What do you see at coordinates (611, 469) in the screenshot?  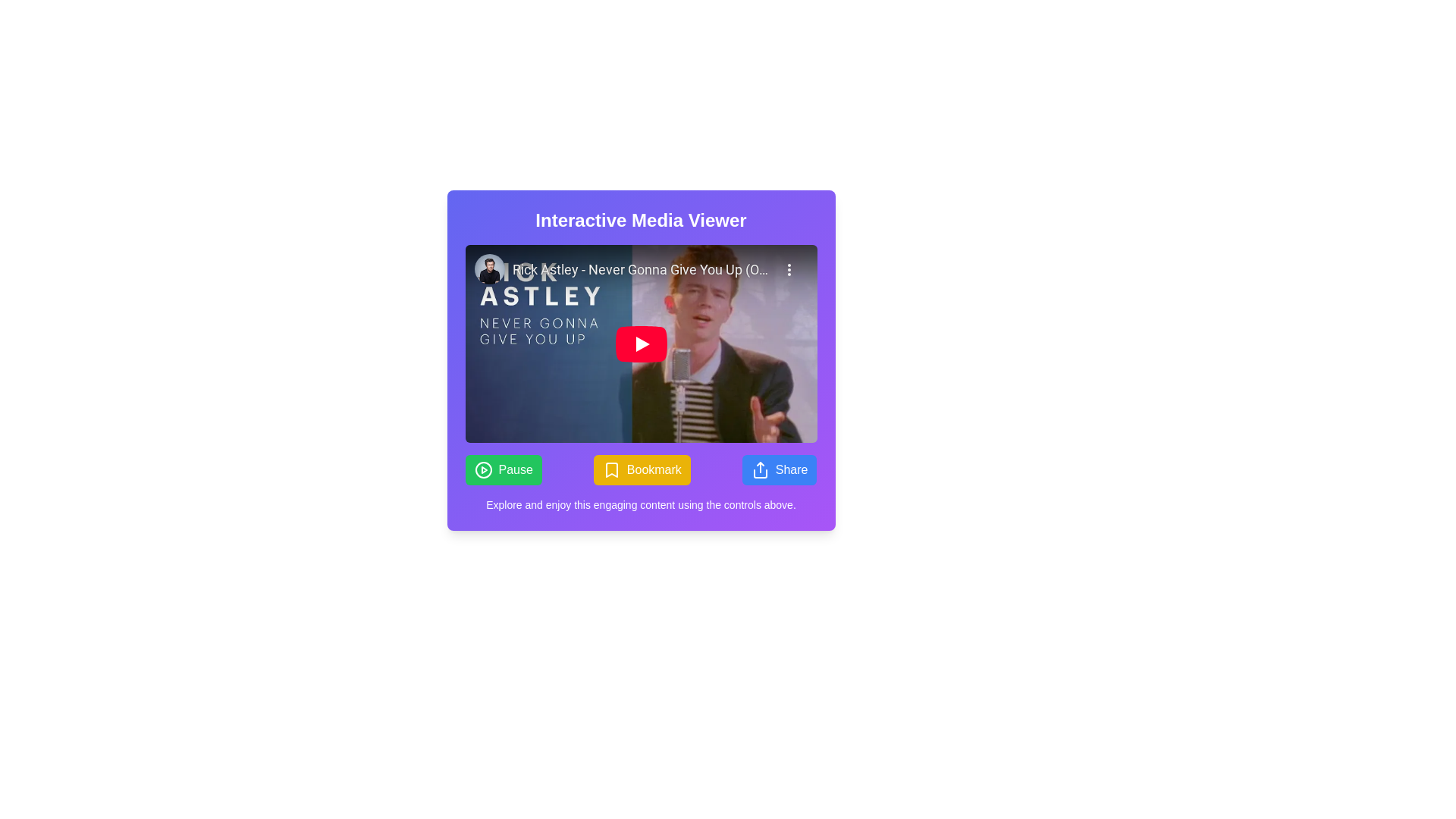 I see `the bookmark icon located within the 'Bookmark' button, which is centered horizontally in the second row of buttons` at bounding box center [611, 469].